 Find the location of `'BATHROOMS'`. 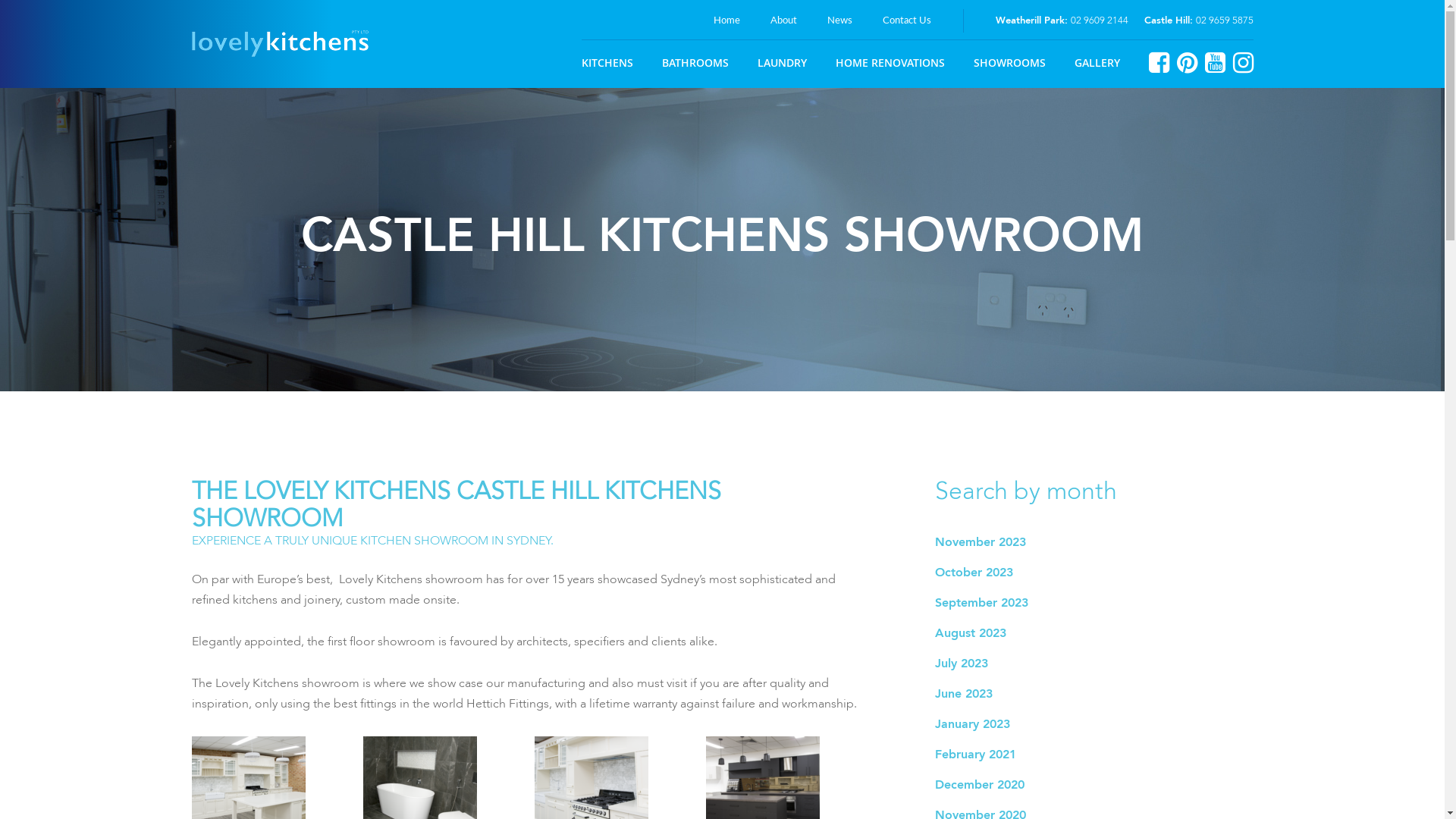

'BATHROOMS' is located at coordinates (694, 61).